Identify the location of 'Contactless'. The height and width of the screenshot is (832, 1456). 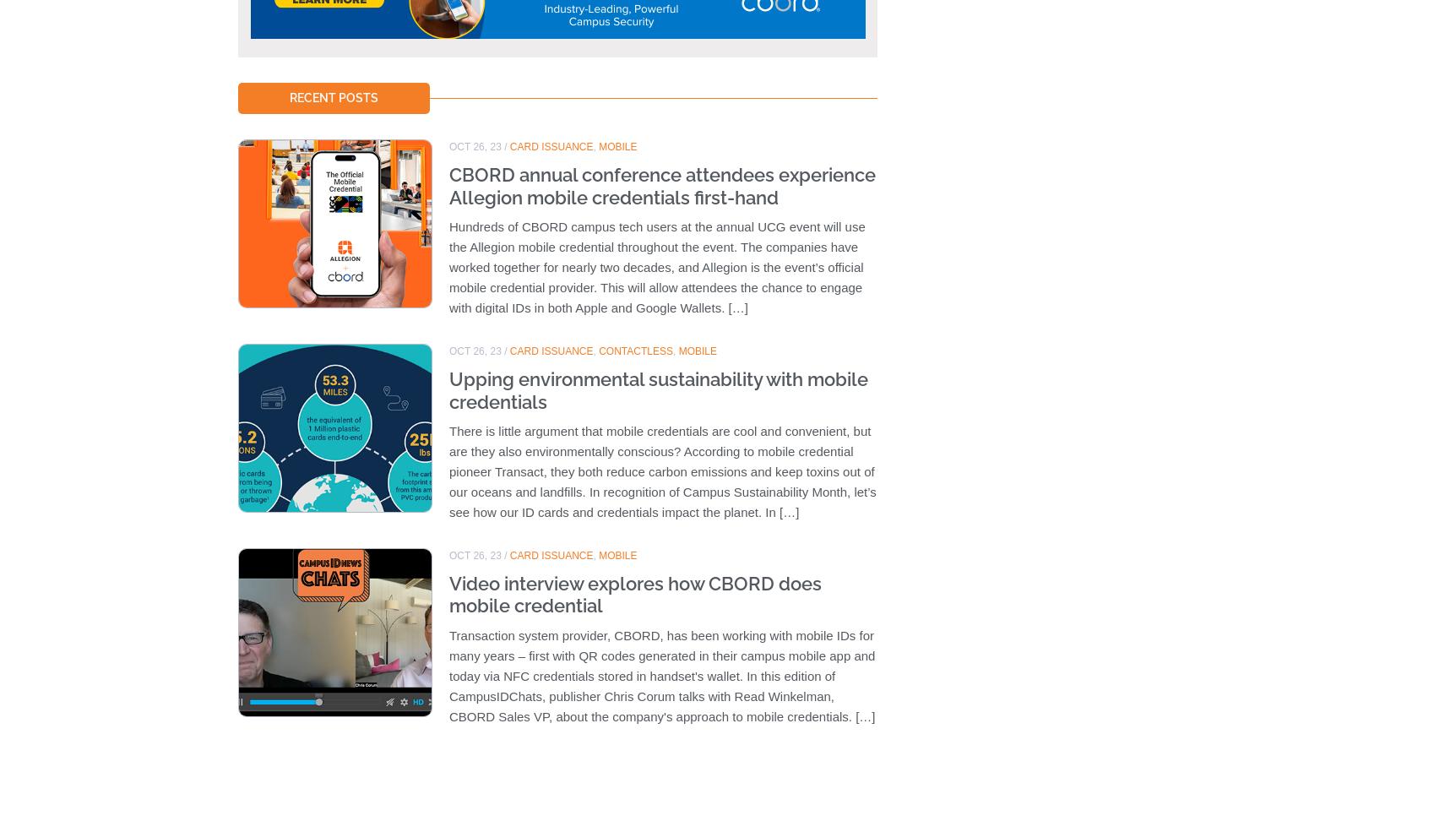
(635, 349).